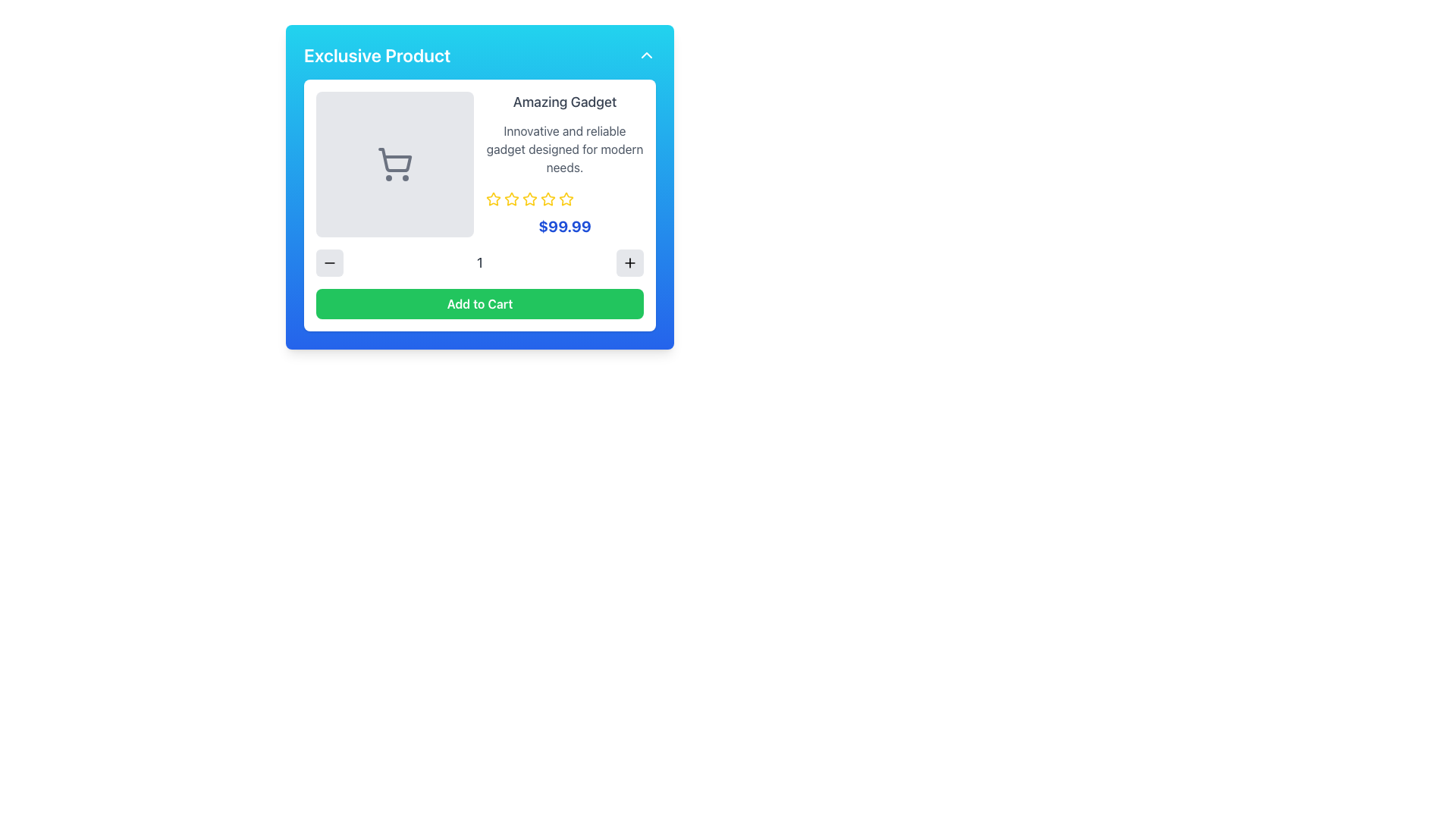 The width and height of the screenshot is (1456, 819). I want to click on the button located in the top-right corner of the card-like section, which allows upward navigation or collapses an expanded section, so click(647, 55).